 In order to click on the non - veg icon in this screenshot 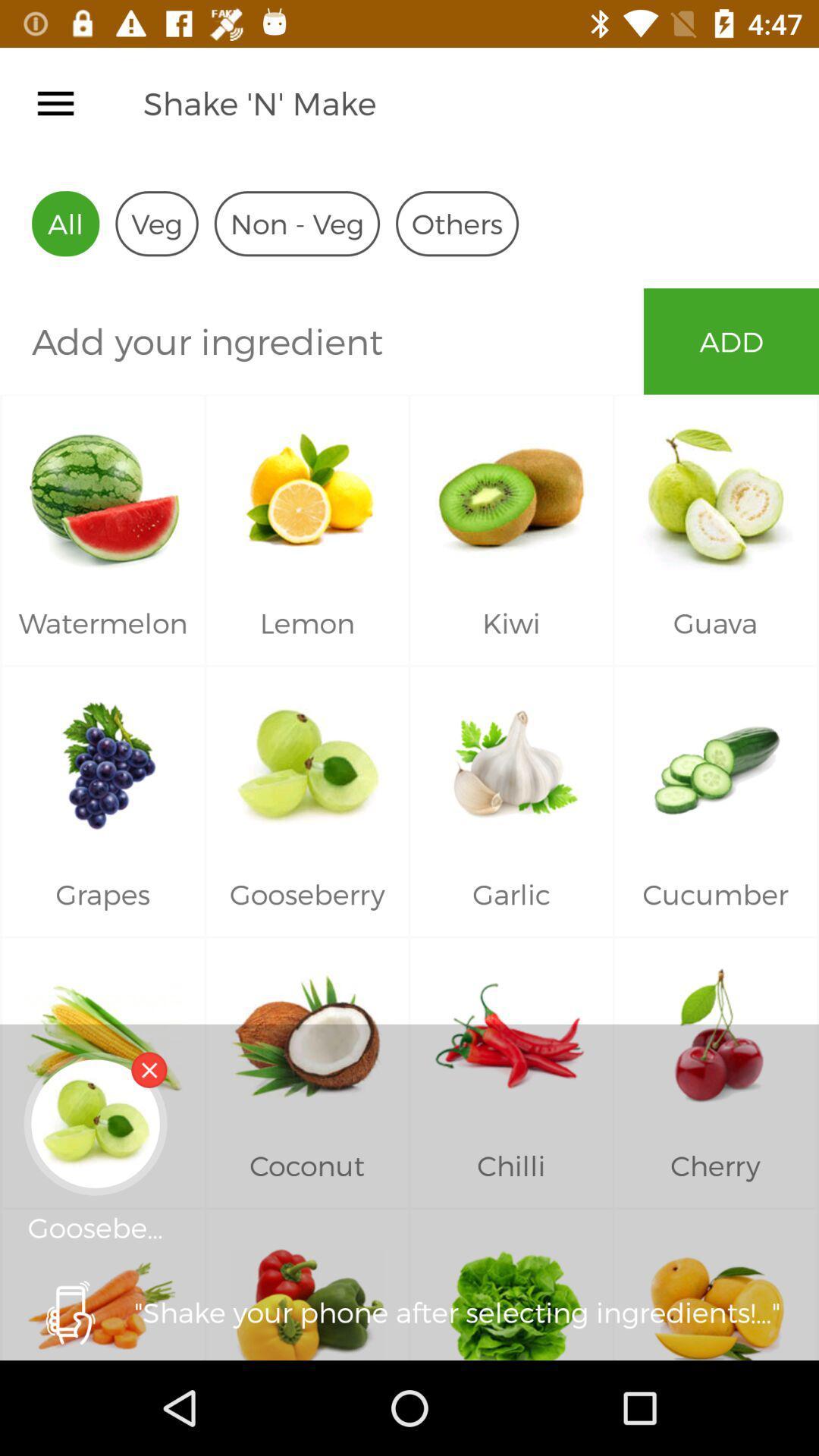, I will do `click(297, 223)`.